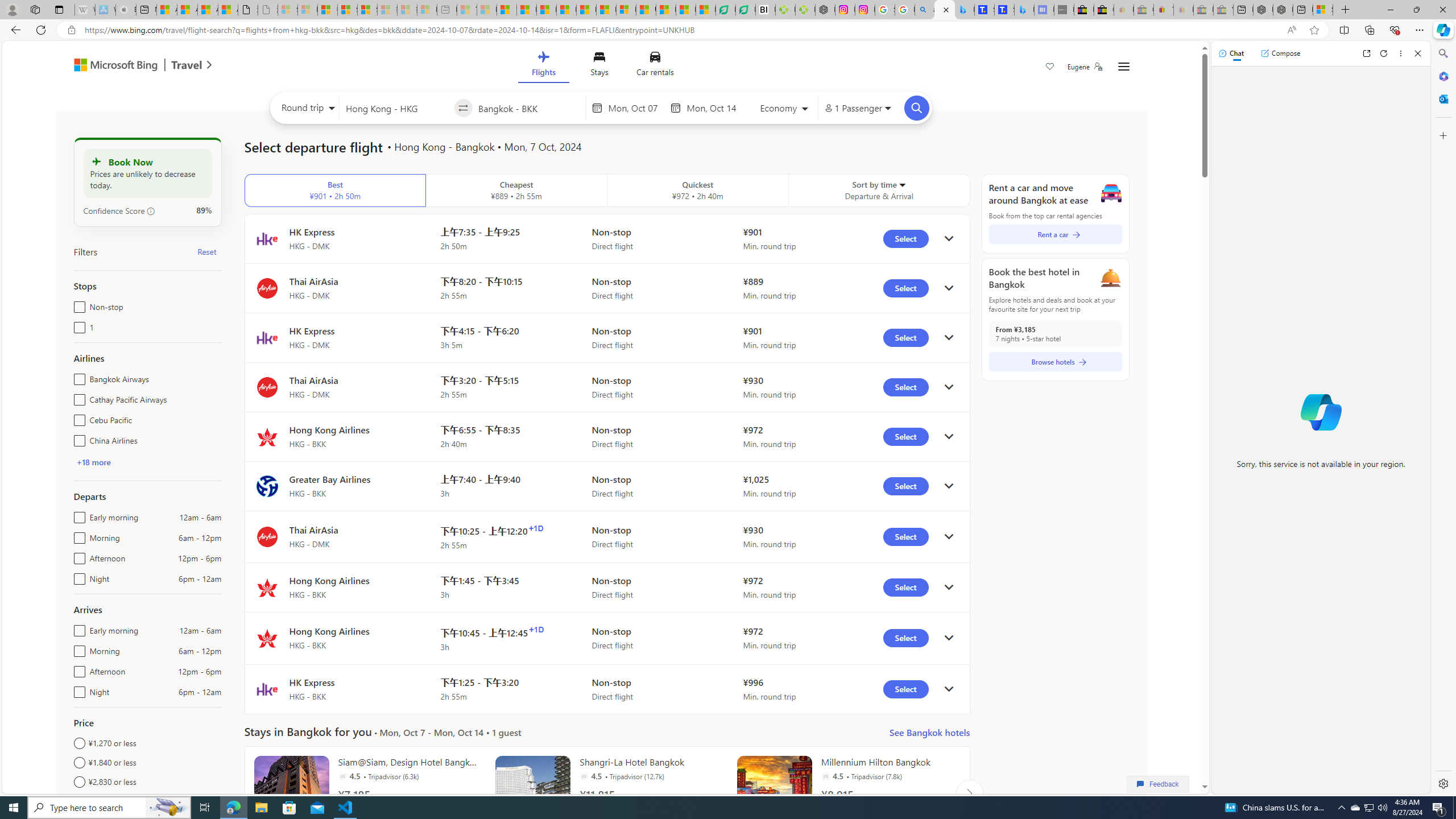 This screenshot has height=819, width=1456. What do you see at coordinates (76, 418) in the screenshot?
I see `'Cebu Pacific'` at bounding box center [76, 418].